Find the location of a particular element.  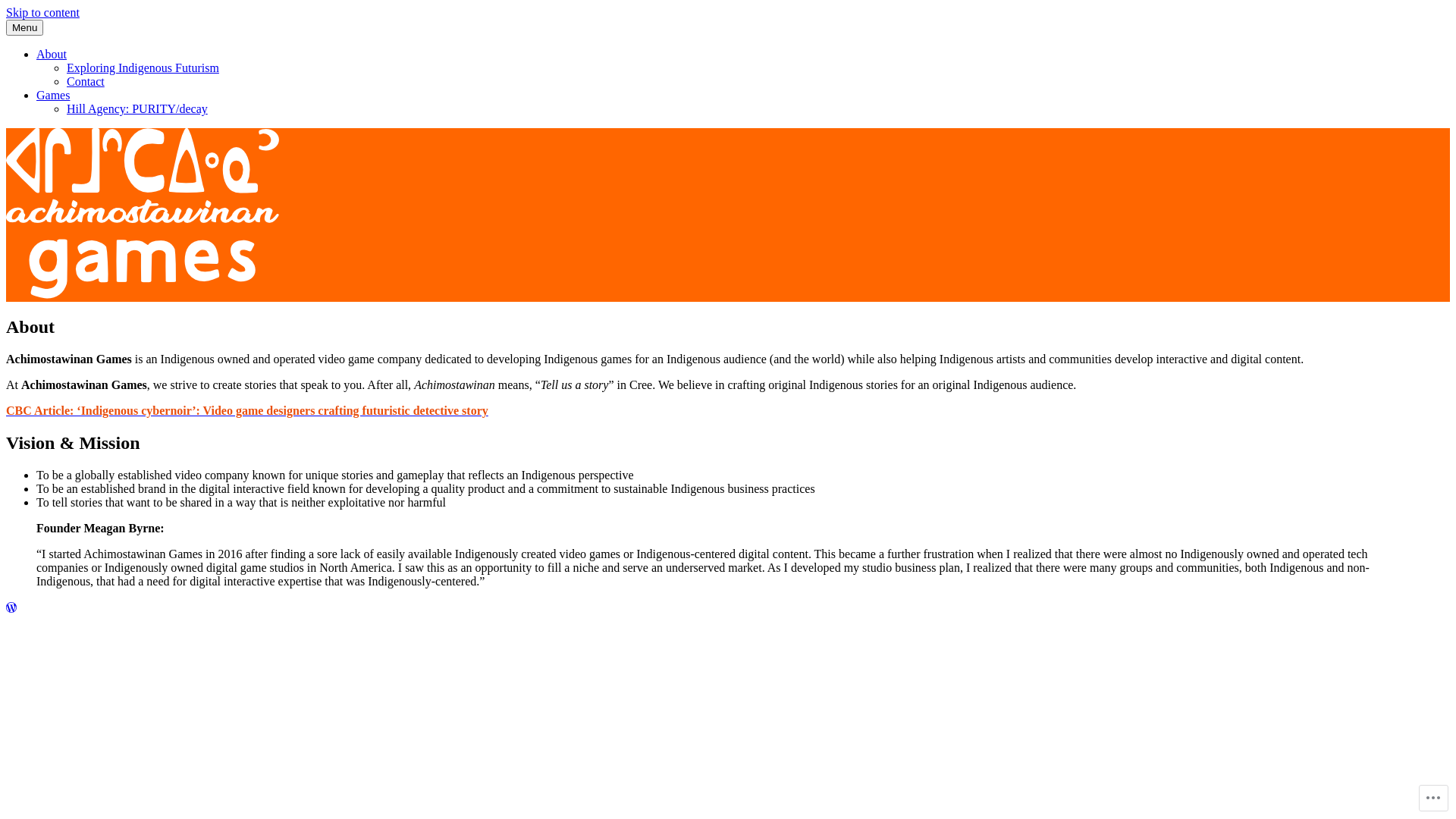

'Hill Agency: PURITY/decay' is located at coordinates (137, 108).